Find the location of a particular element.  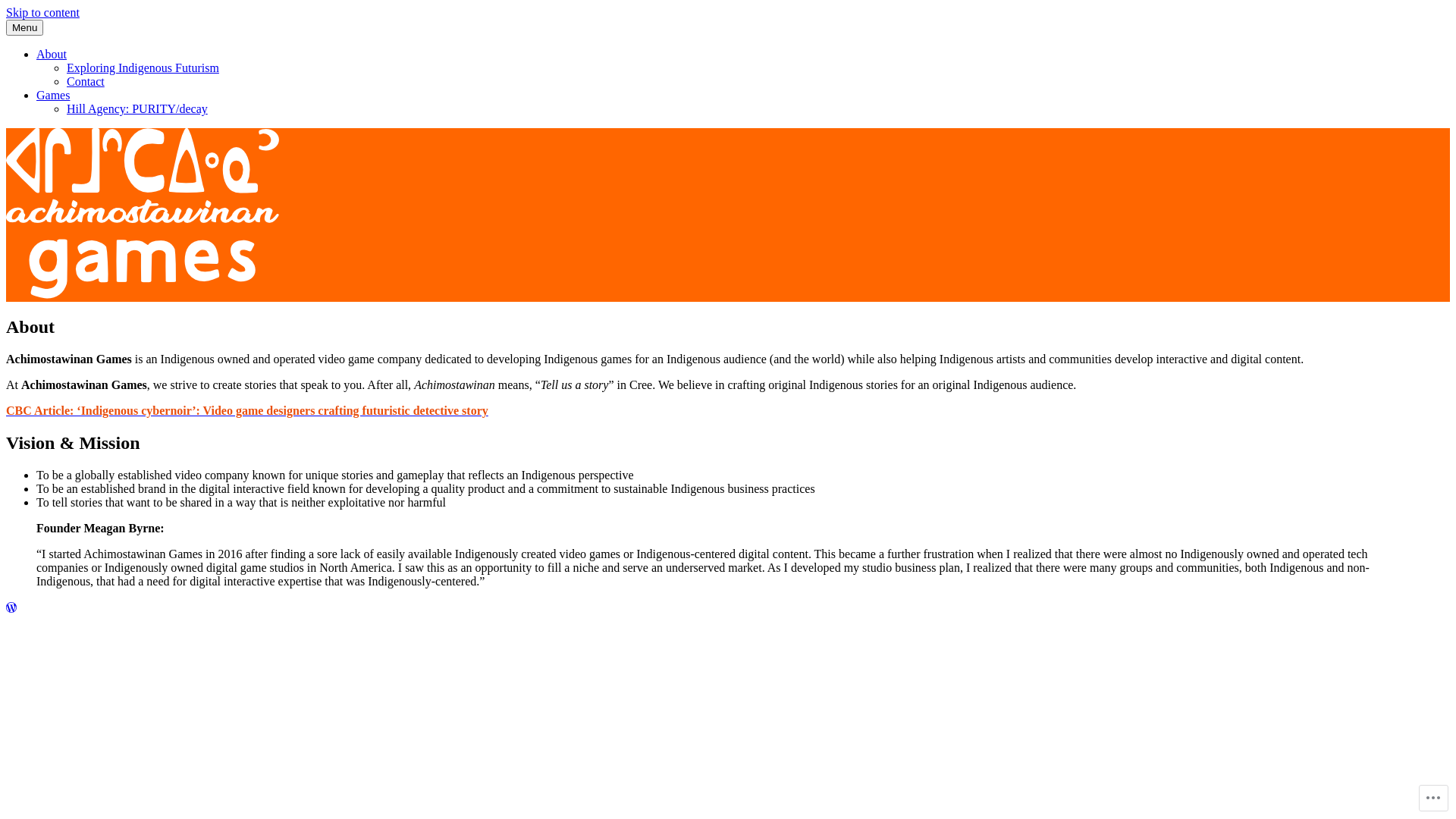

'Hill Agency: PURITY/decay' is located at coordinates (137, 108).